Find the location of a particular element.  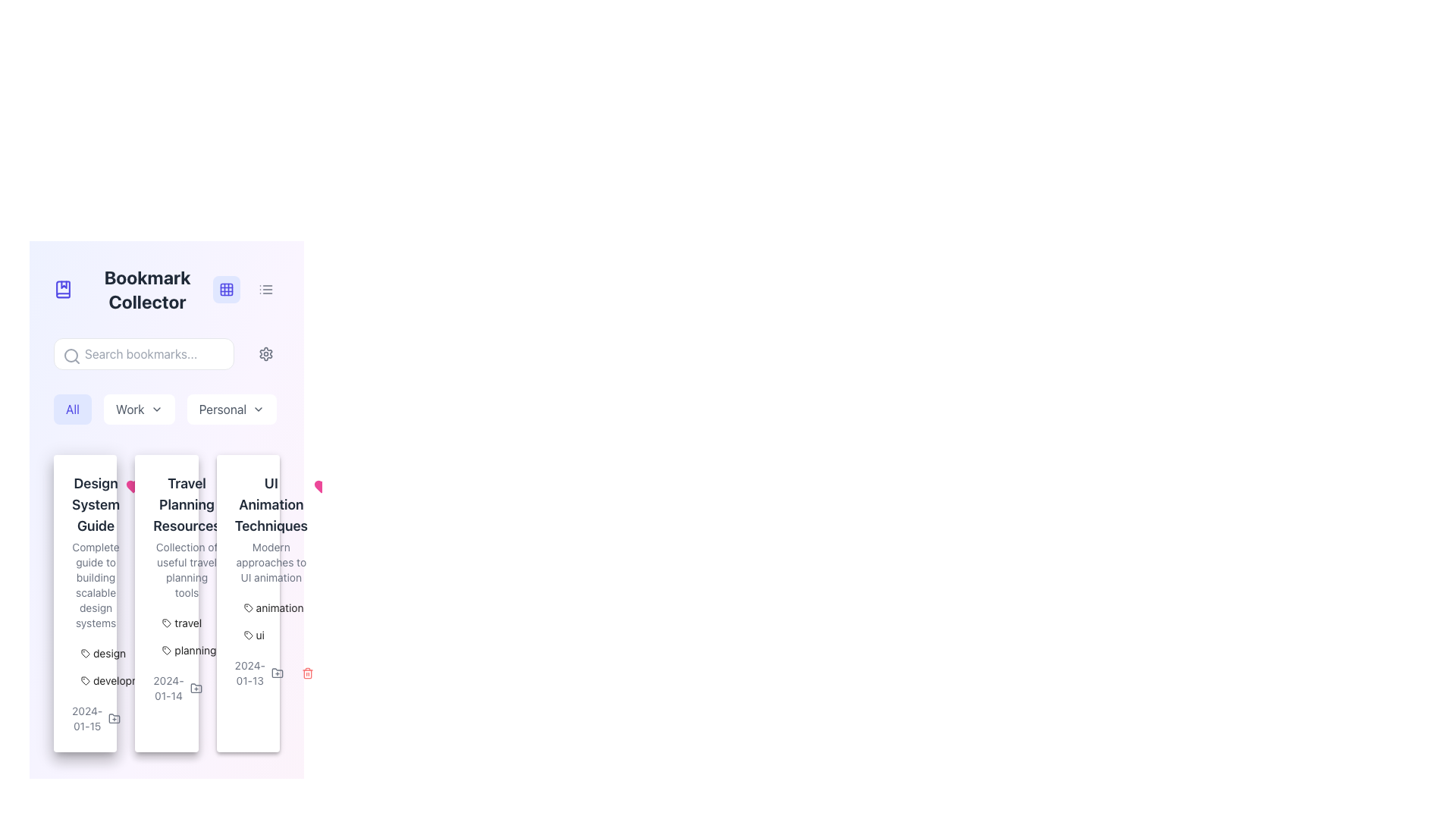

the action button located in the bottom-right section of the 'UI Animation Techniques' card is located at coordinates (277, 672).